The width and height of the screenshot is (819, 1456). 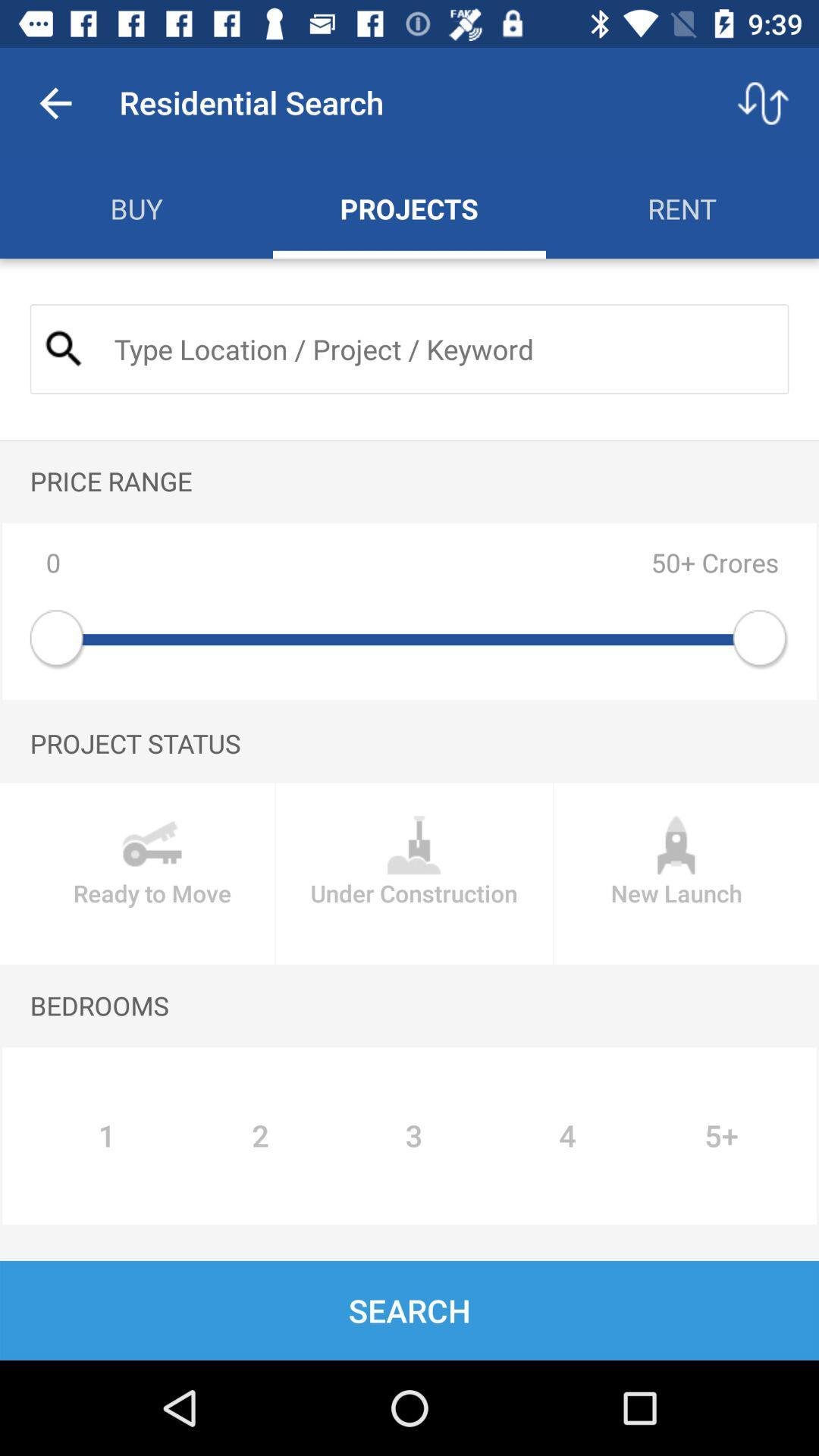 I want to click on app to the left of residential search, so click(x=55, y=102).